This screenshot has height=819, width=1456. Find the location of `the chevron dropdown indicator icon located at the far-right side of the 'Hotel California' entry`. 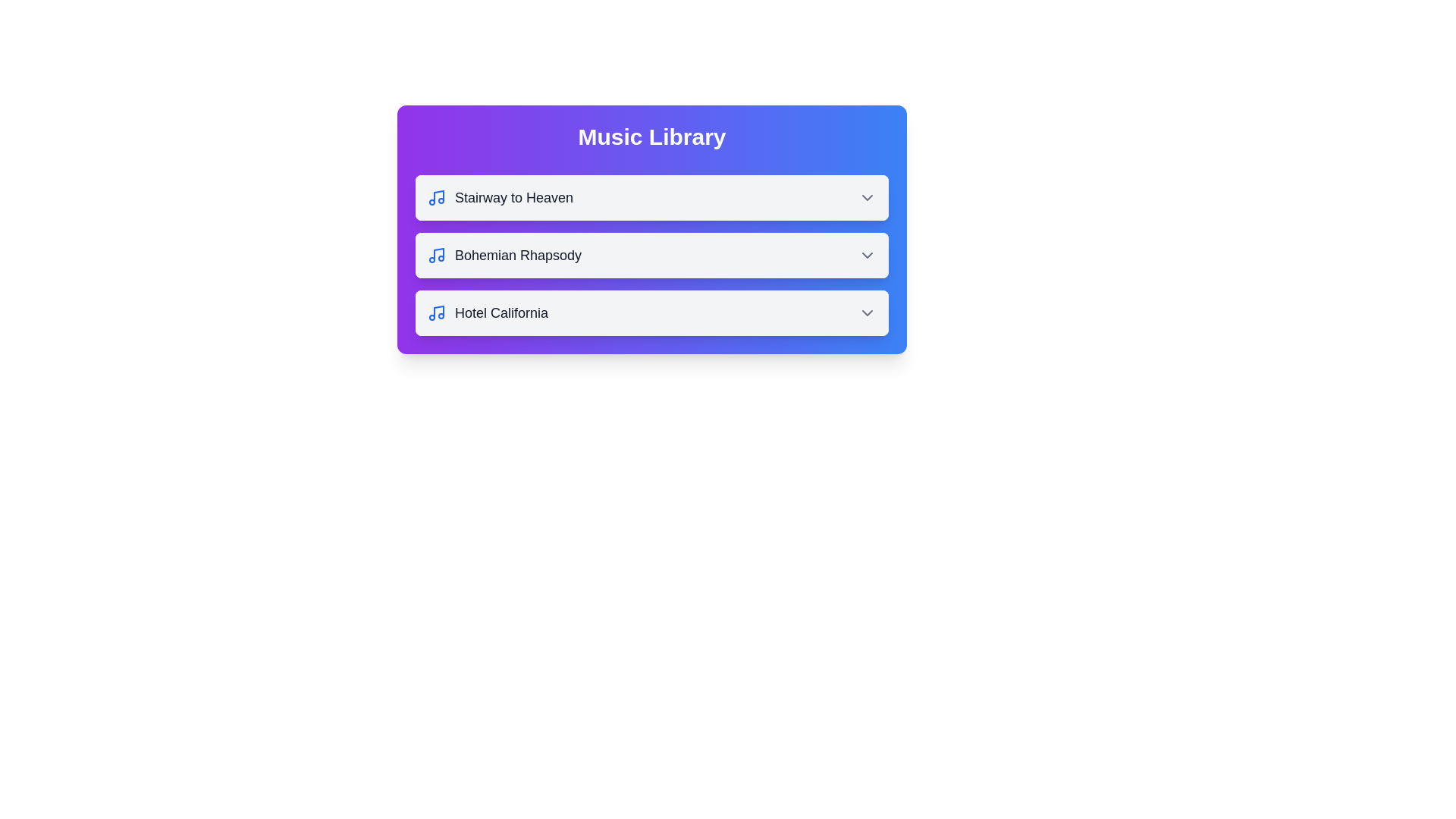

the chevron dropdown indicator icon located at the far-right side of the 'Hotel California' entry is located at coordinates (867, 312).